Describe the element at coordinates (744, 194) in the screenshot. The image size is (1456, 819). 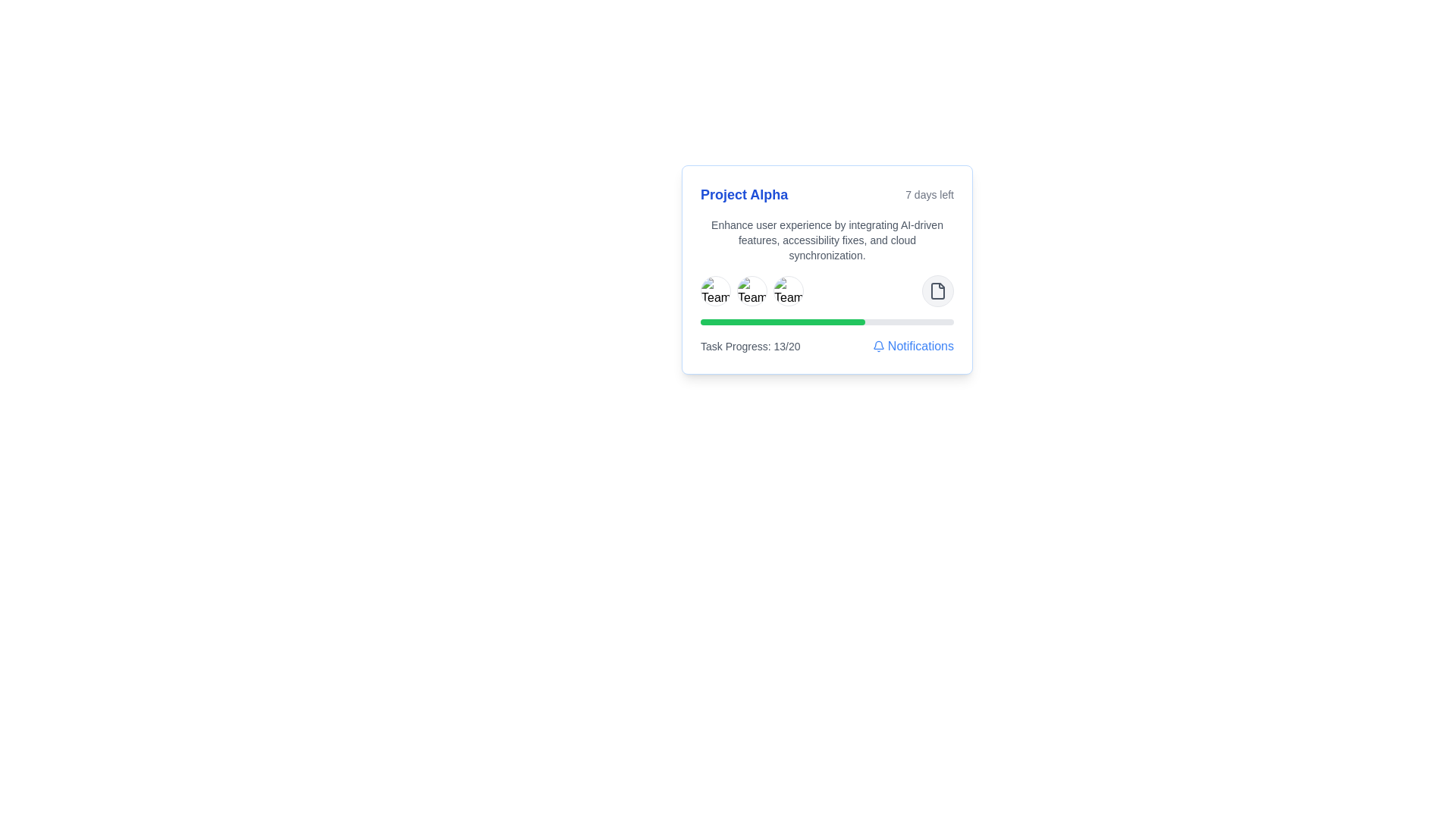
I see `the project title label that is positioned to the left of the text '7 days left' in the project management interface` at that location.